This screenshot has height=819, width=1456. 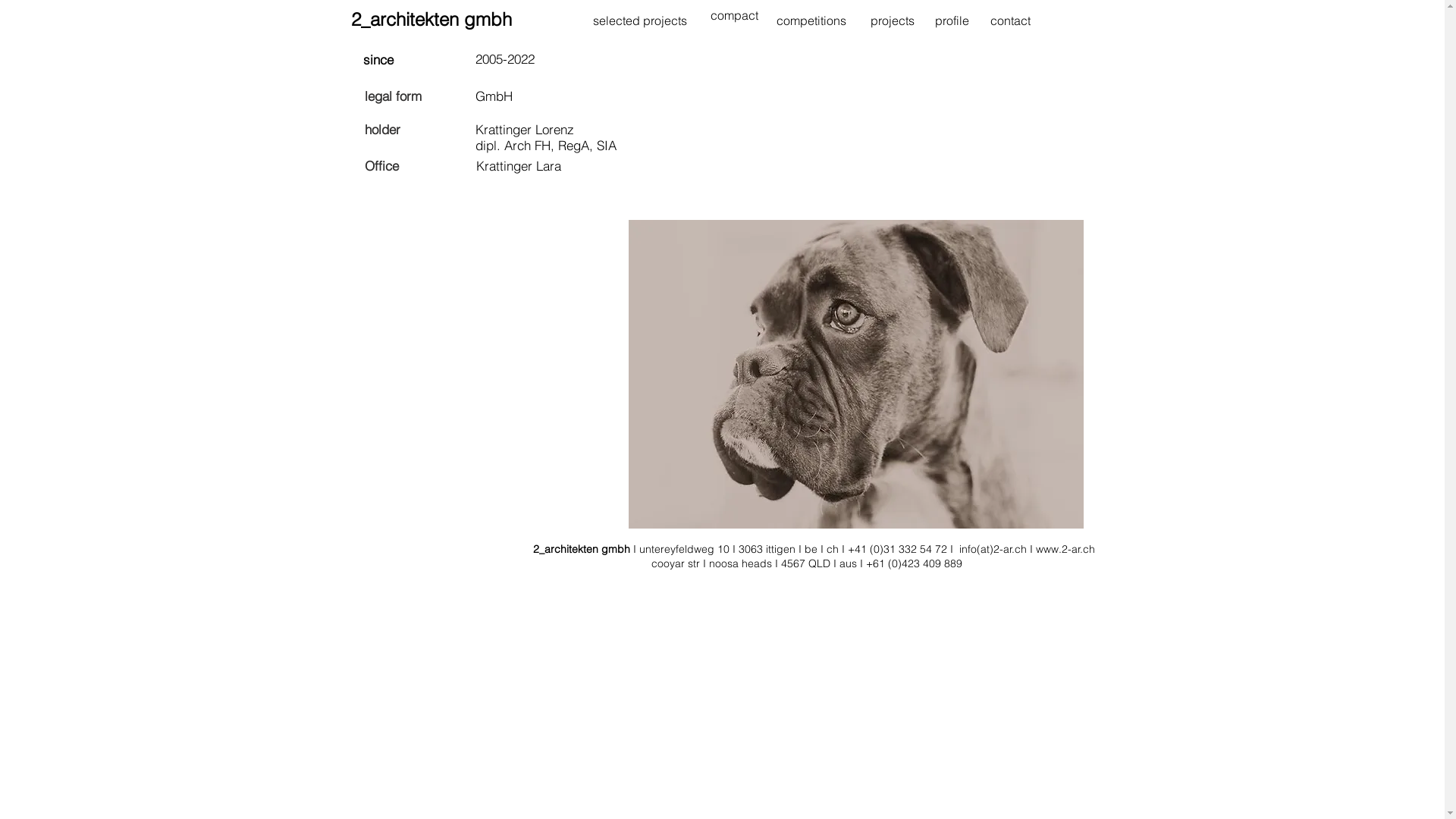 What do you see at coordinates (811, 20) in the screenshot?
I see `'competitions'` at bounding box center [811, 20].